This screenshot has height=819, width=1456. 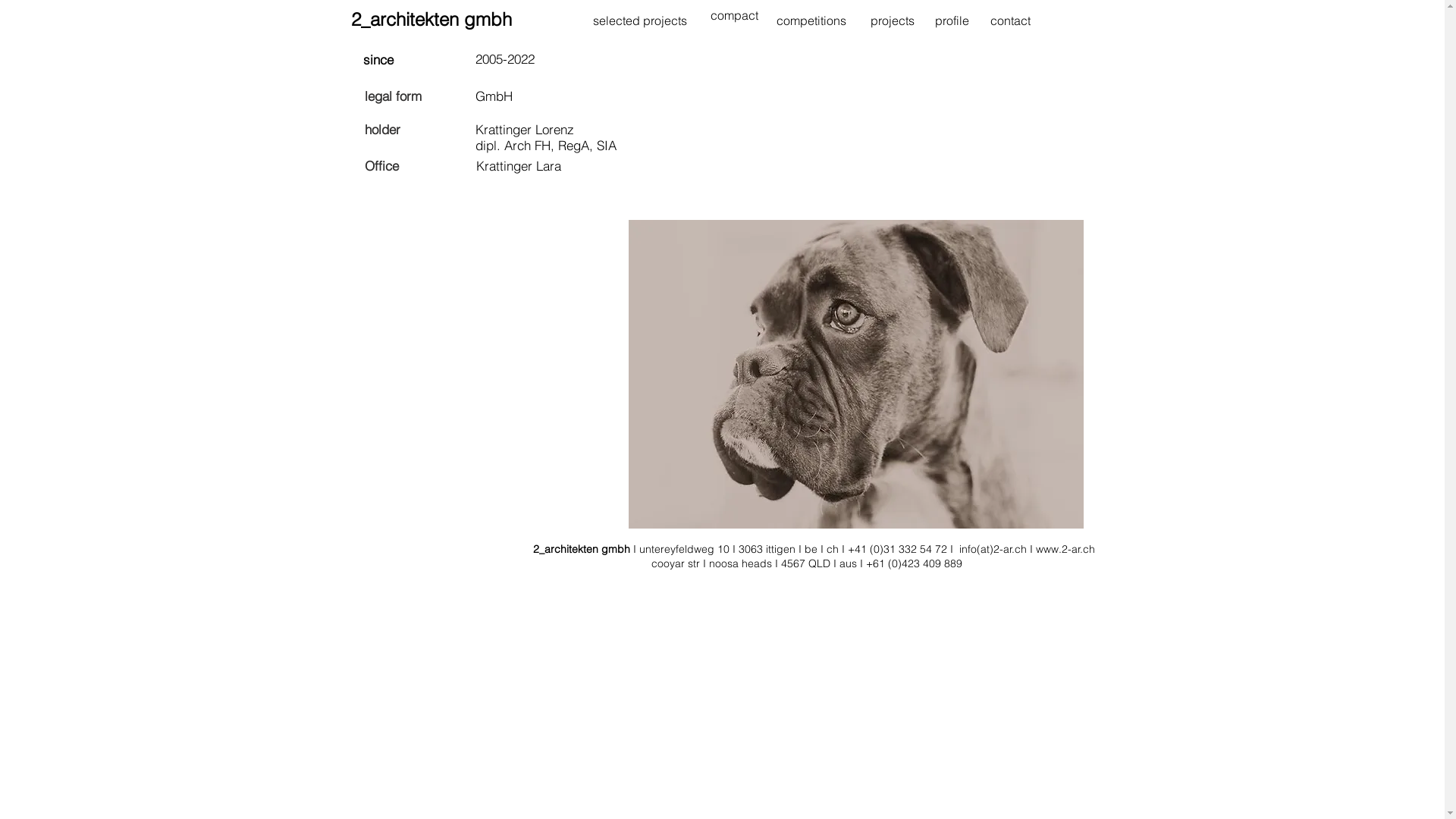 What do you see at coordinates (811, 20) in the screenshot?
I see `'competitions'` at bounding box center [811, 20].